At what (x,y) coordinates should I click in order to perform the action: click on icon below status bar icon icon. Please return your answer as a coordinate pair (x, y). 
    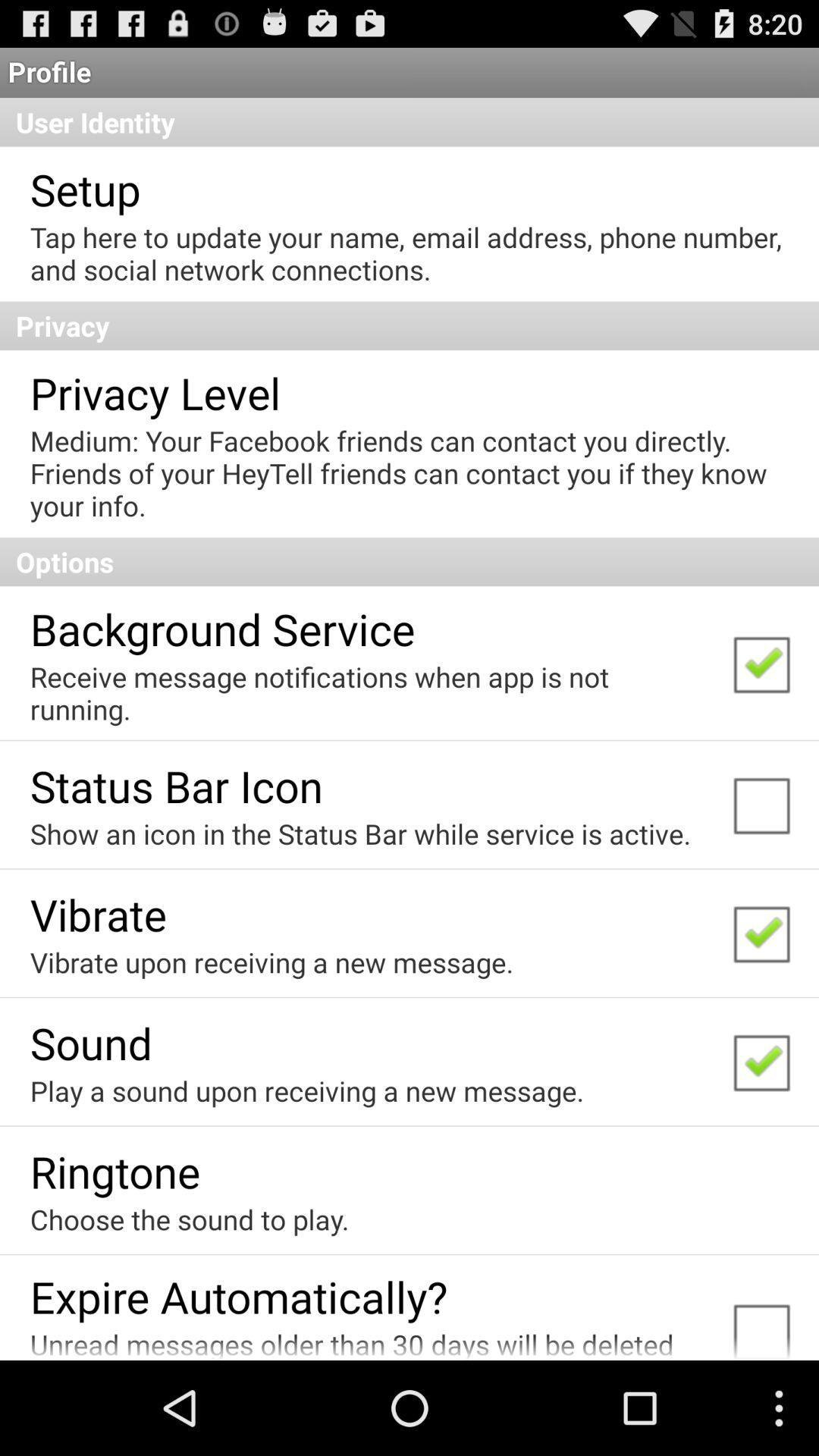
    Looking at the image, I should click on (360, 833).